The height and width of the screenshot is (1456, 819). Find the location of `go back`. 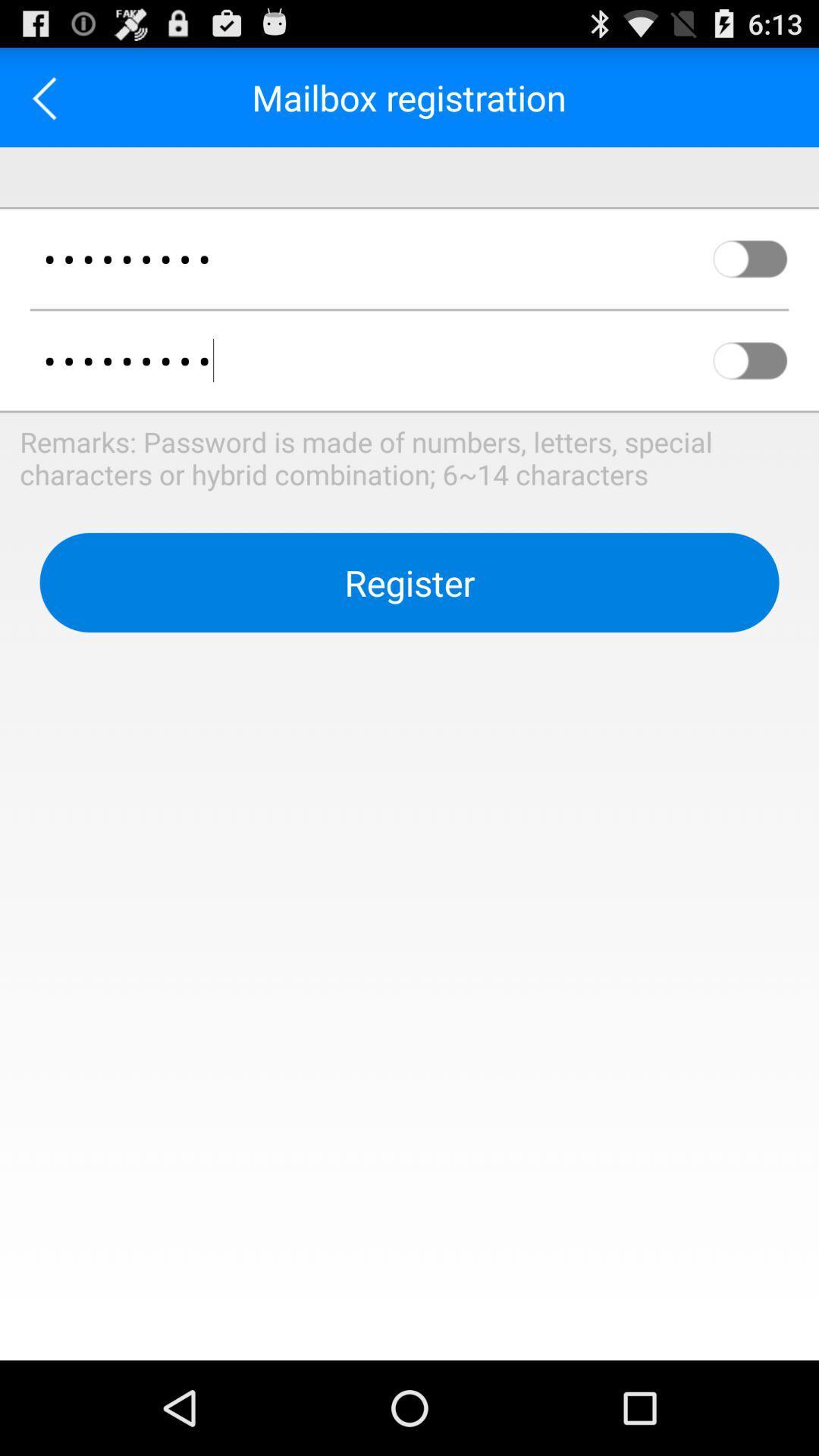

go back is located at coordinates (49, 96).